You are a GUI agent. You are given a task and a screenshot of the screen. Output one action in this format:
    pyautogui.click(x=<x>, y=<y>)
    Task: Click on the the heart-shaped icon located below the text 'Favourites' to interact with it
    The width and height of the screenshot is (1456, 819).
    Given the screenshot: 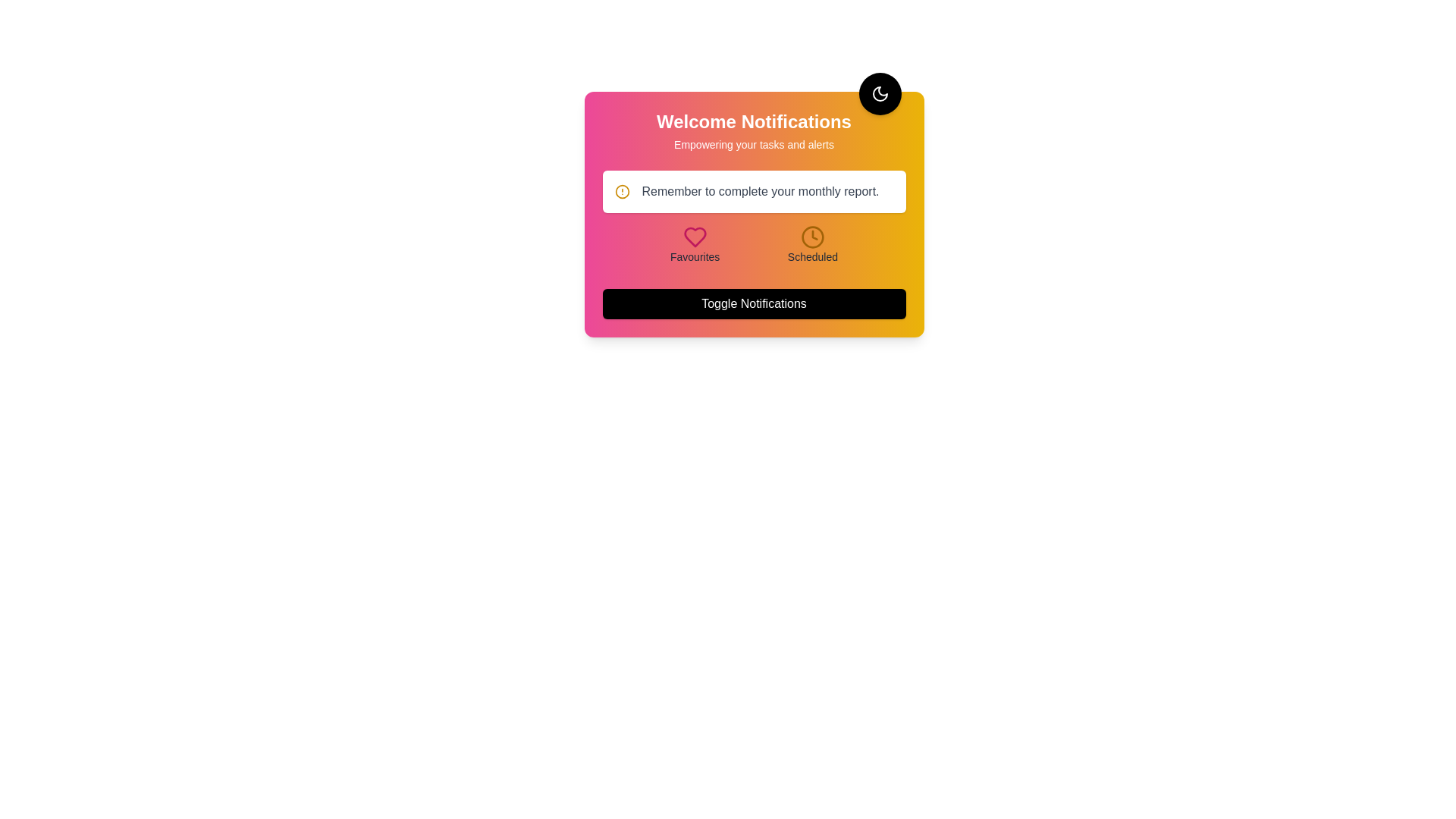 What is the action you would take?
    pyautogui.click(x=694, y=237)
    